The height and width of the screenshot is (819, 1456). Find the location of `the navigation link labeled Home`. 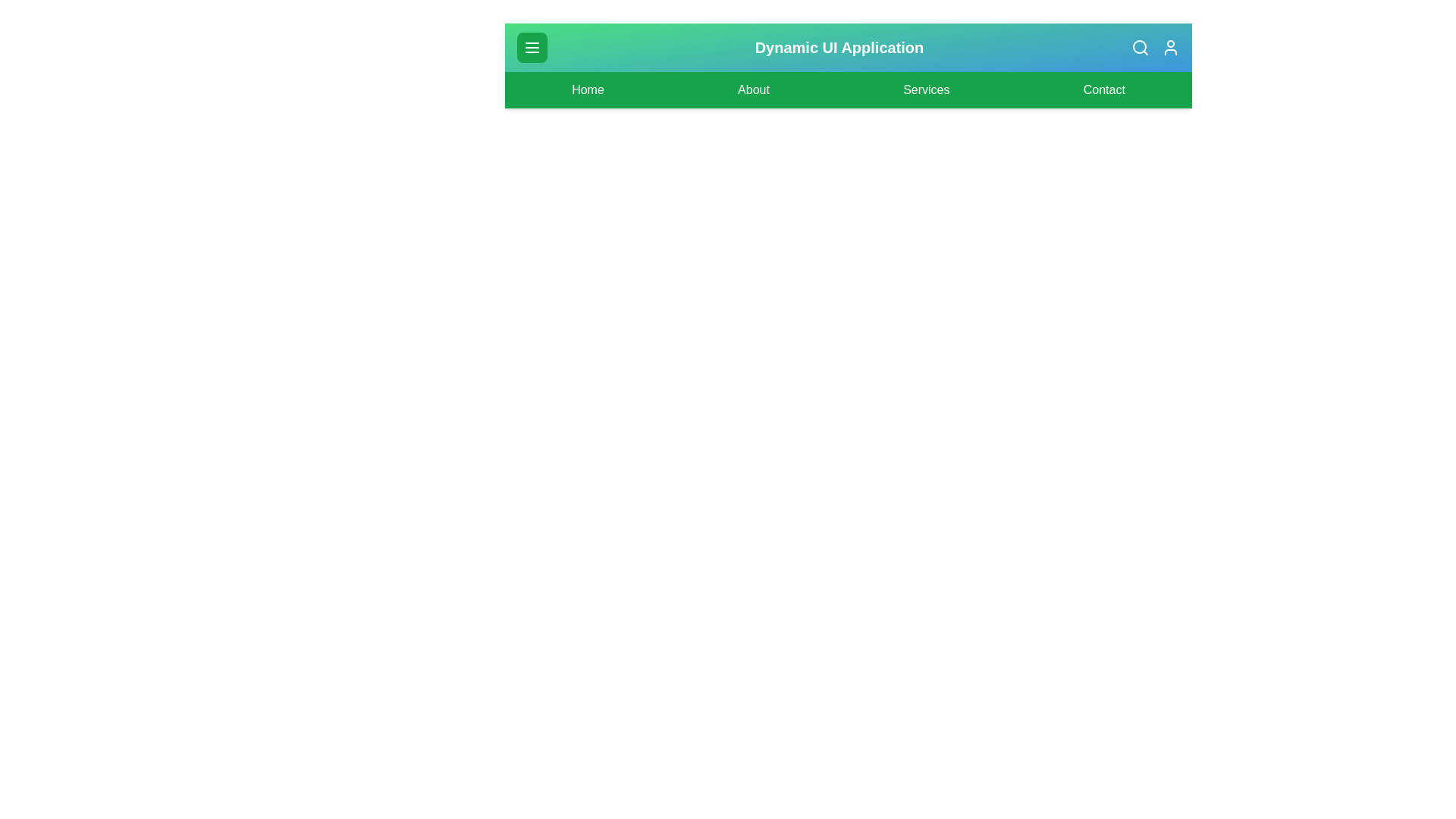

the navigation link labeled Home is located at coordinates (586, 90).